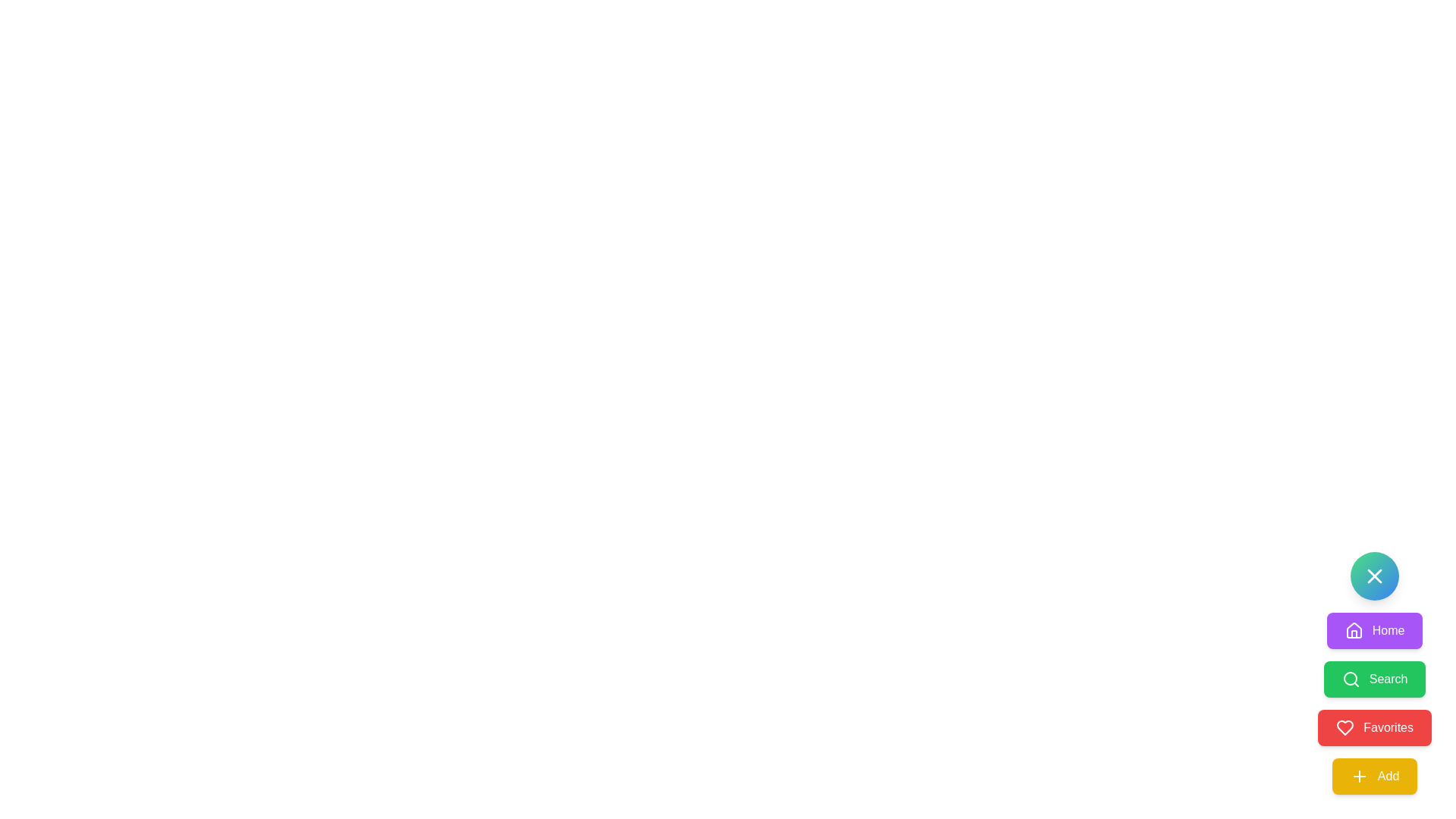 The width and height of the screenshot is (1456, 819). I want to click on the purple rectangular 'Home' button with a white house icon, so click(1375, 631).